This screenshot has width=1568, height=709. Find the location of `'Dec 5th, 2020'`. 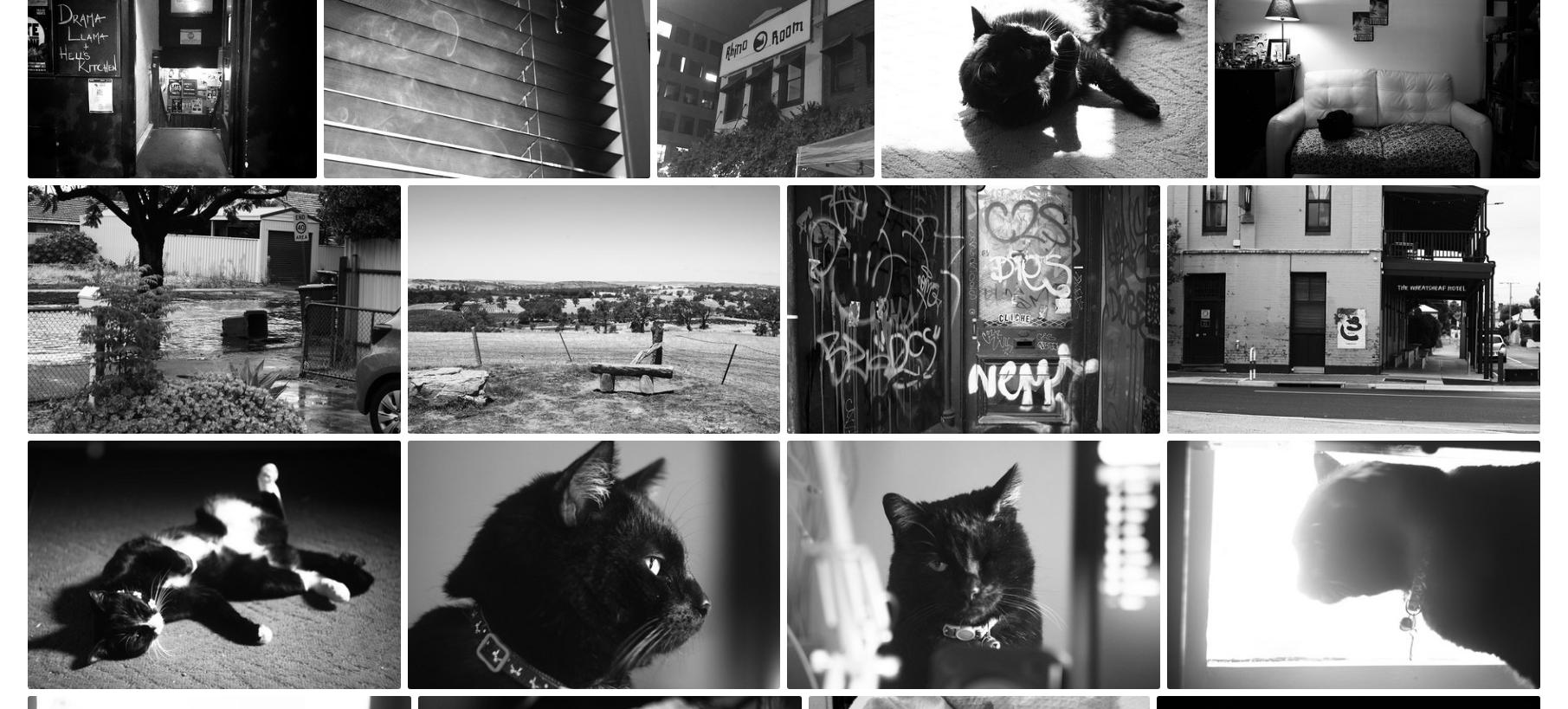

'Dec 5th, 2020' is located at coordinates (1173, 197).